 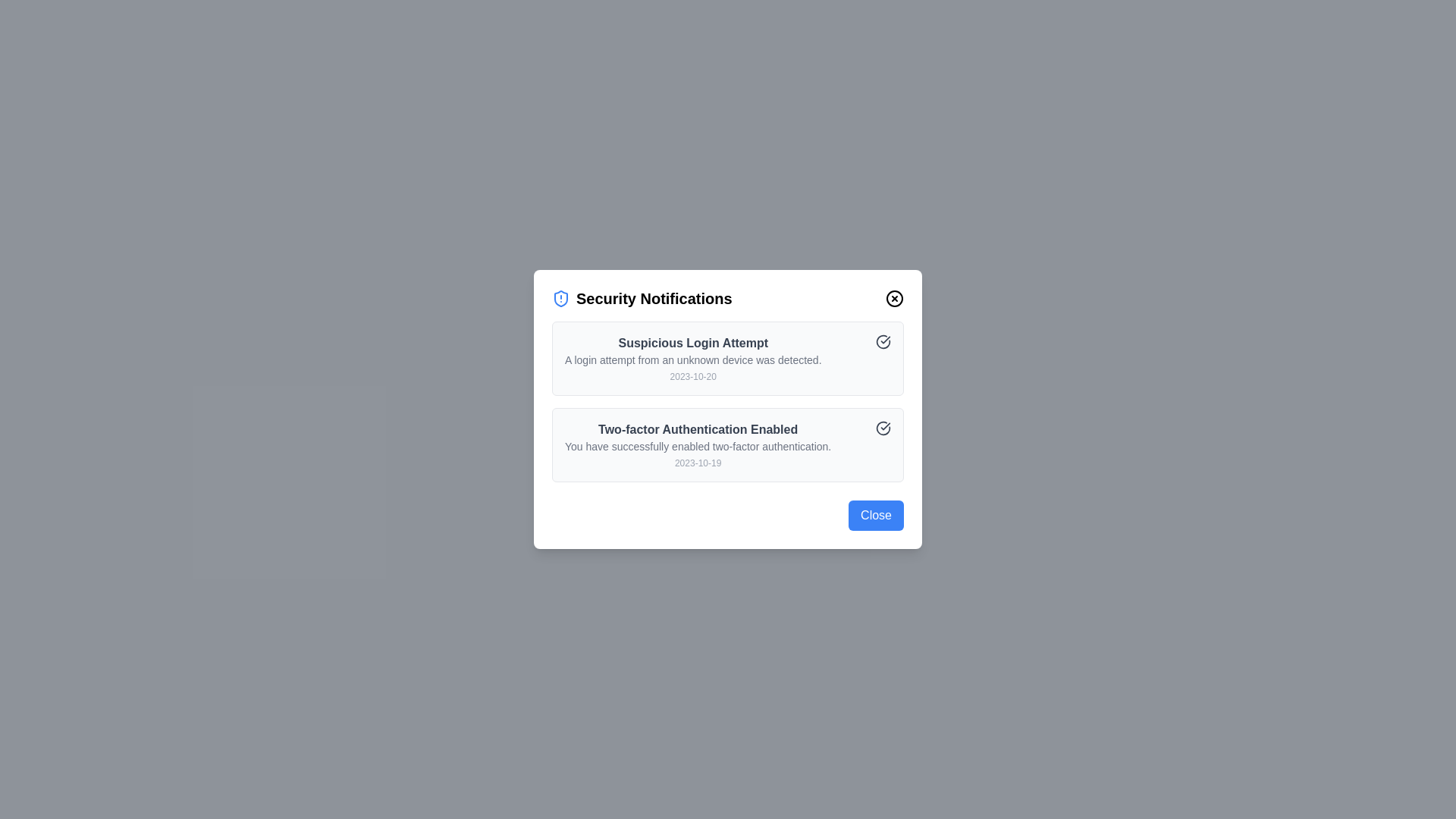 What do you see at coordinates (697, 430) in the screenshot?
I see `text of the title label indicating the status of enabling two-factor authentication, which is centrally aligned within the notification card` at bounding box center [697, 430].